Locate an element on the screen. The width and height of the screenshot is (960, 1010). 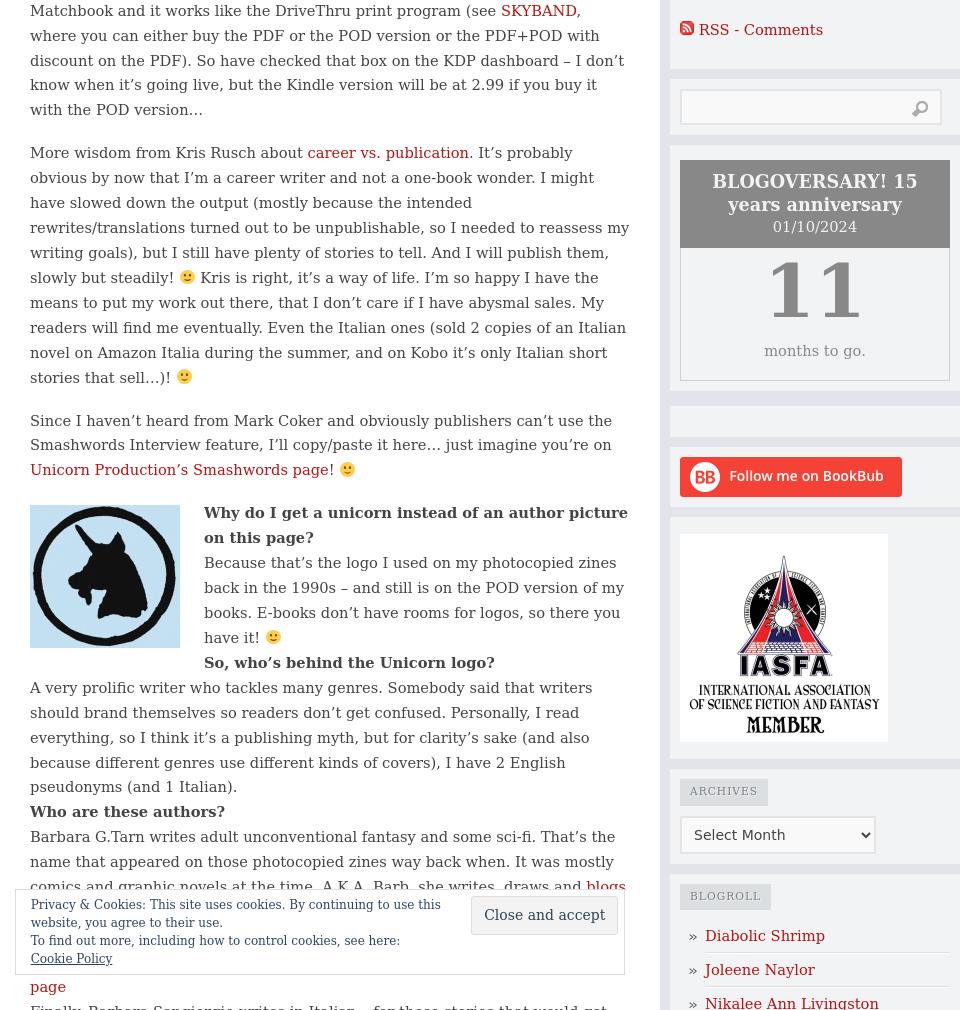
'Her web page' is located at coordinates (325, 973).